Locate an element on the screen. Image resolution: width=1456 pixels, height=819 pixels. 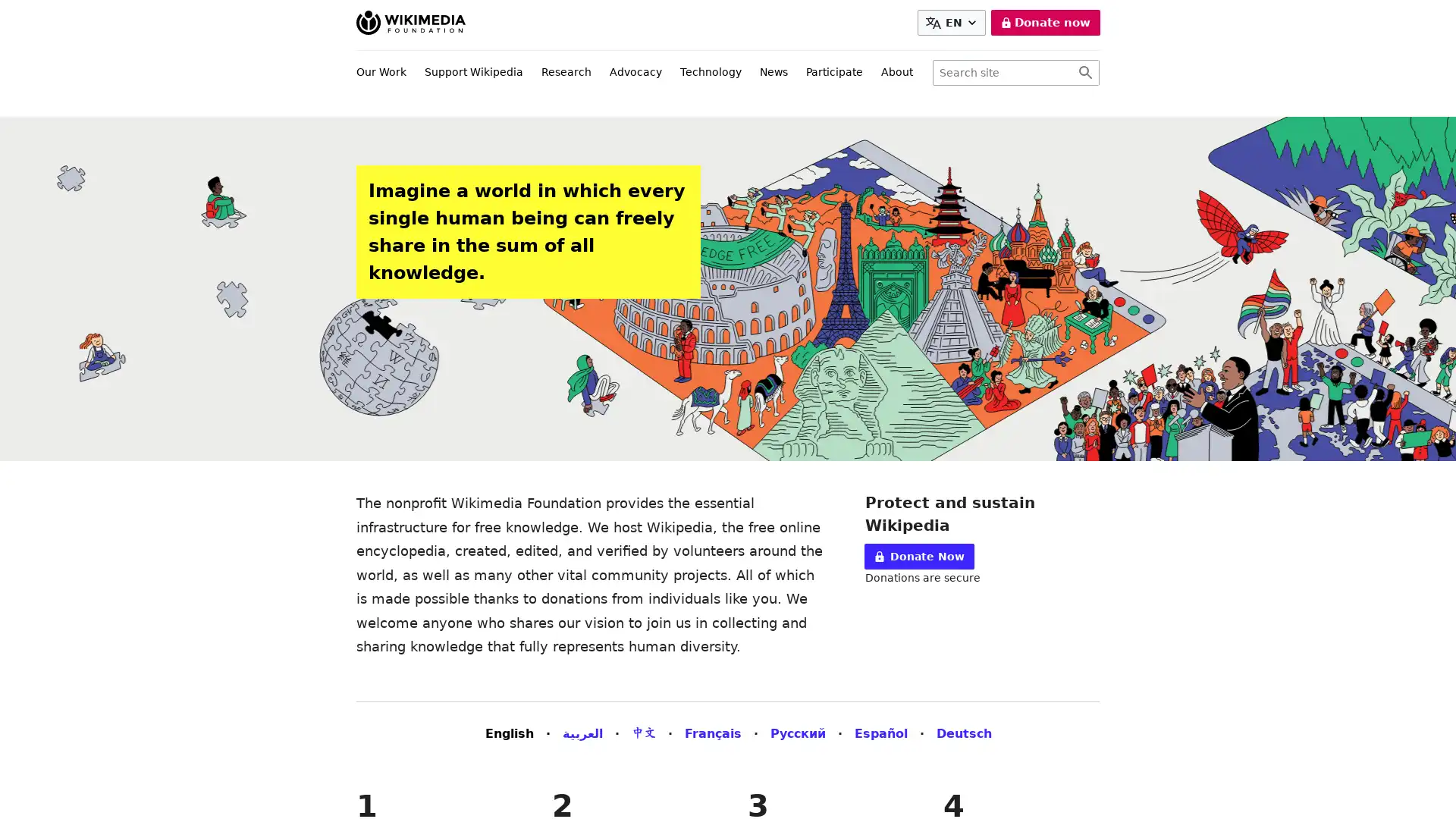
Search is located at coordinates (1084, 73).